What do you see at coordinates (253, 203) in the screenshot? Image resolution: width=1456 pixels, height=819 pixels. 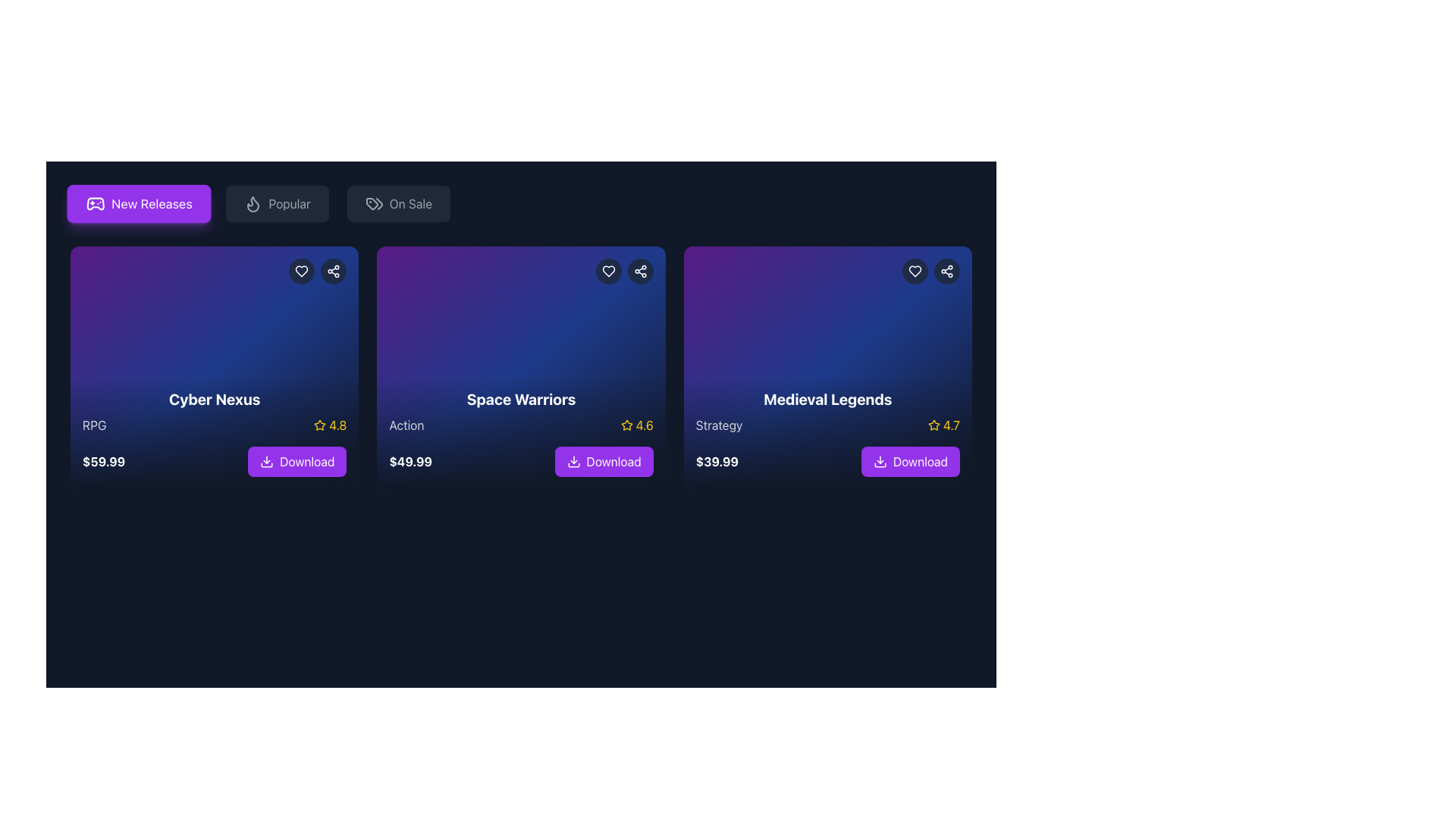 I see `the flame icon located to the left of the 'Popular' button in the navigation group` at bounding box center [253, 203].